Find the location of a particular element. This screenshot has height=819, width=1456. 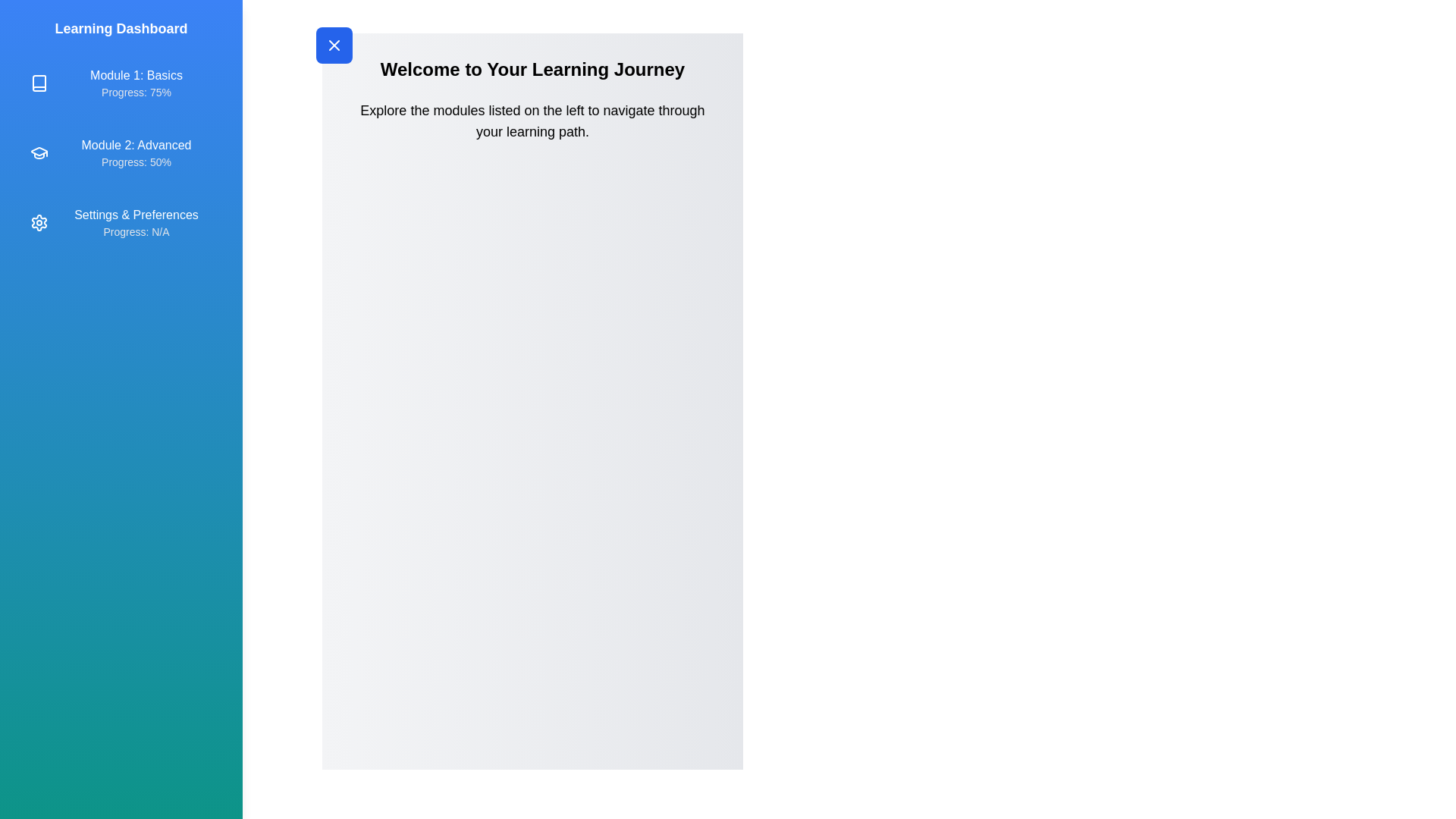

the module titled Module 2: Advanced from the list is located at coordinates (120, 152).